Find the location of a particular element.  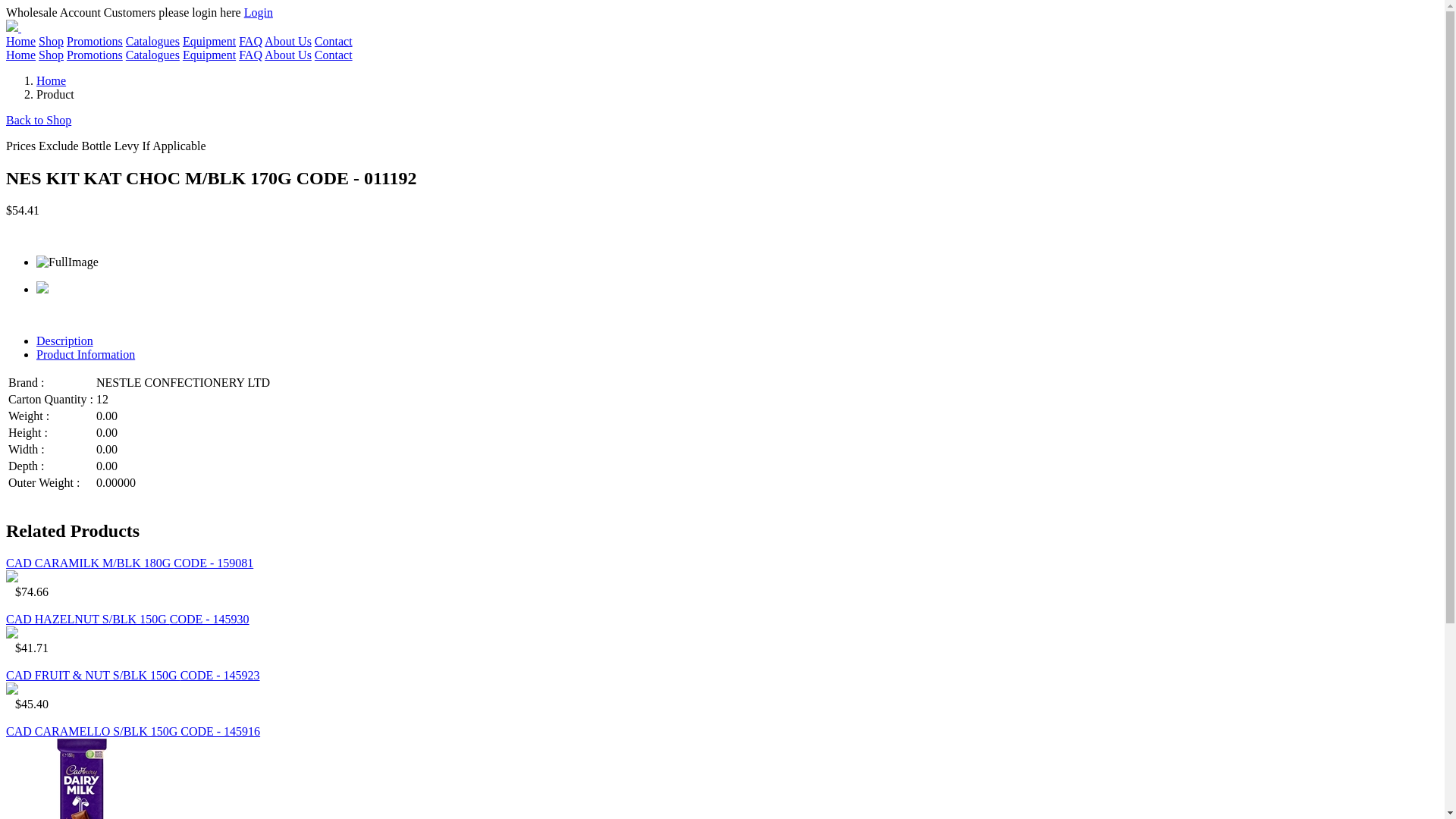

'CAD HAZELNUT S/BLK 150G CODE - 145930' is located at coordinates (127, 619).